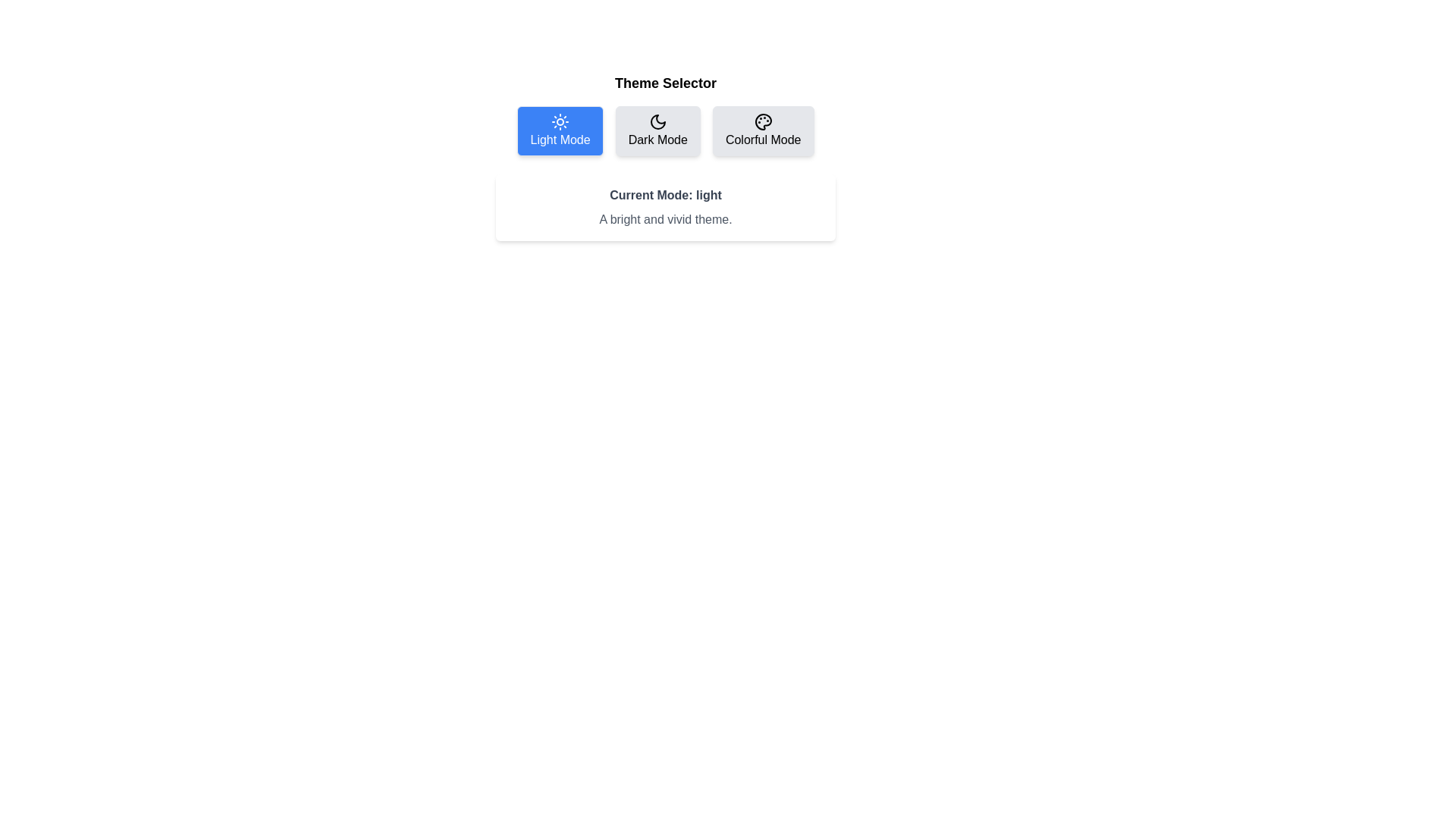  What do you see at coordinates (560, 130) in the screenshot?
I see `the rectangular blue button with white text labeled 'Light Mode' to switch to Light Mode` at bounding box center [560, 130].